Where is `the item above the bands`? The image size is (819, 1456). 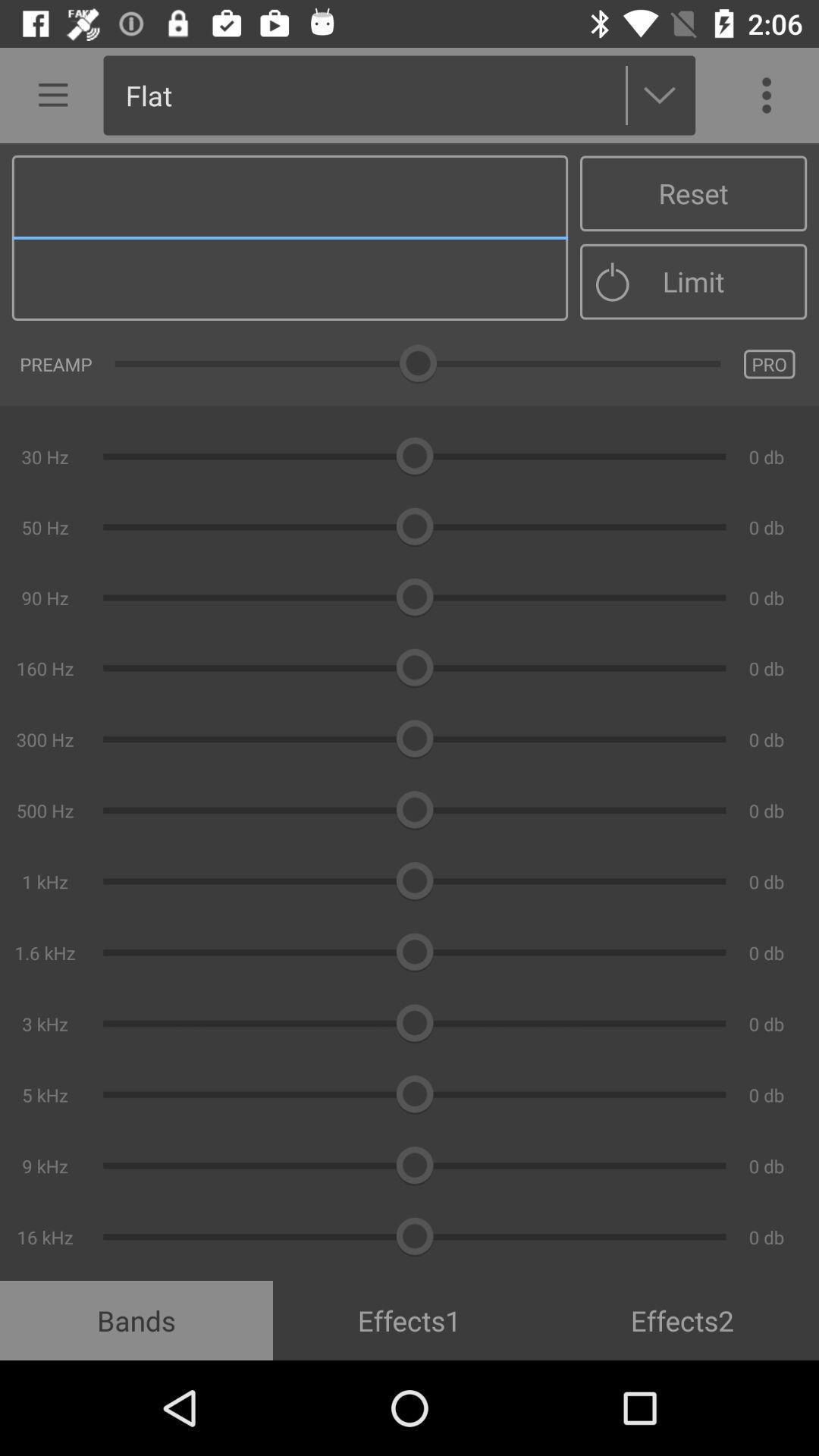 the item above the bands is located at coordinates (409, 711).